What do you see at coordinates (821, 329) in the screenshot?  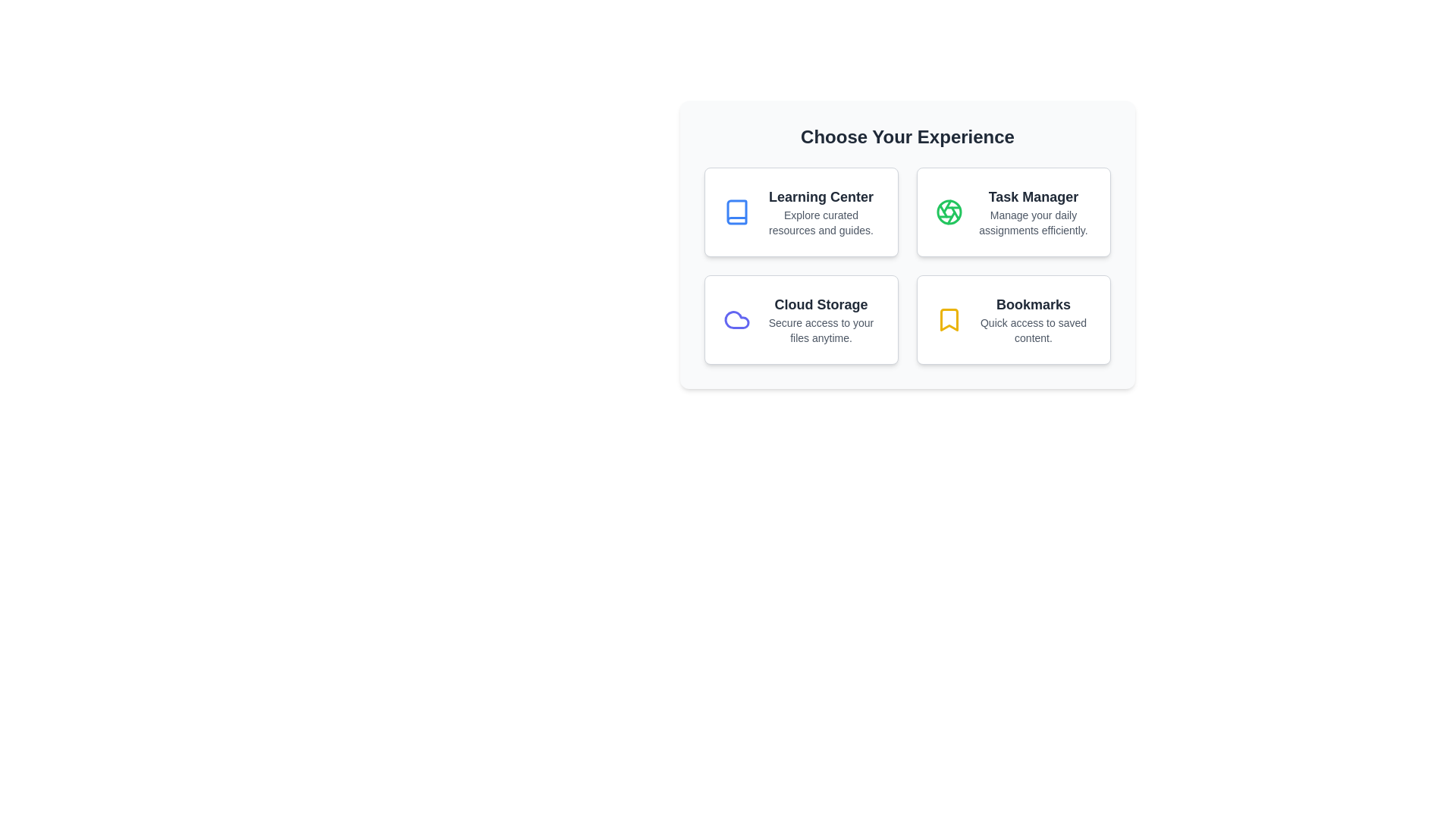 I see `the text block that states 'Secure access to your files anytime.' which is styled with smaller grey font and positioned beneath the 'Cloud Storage' heading` at bounding box center [821, 329].